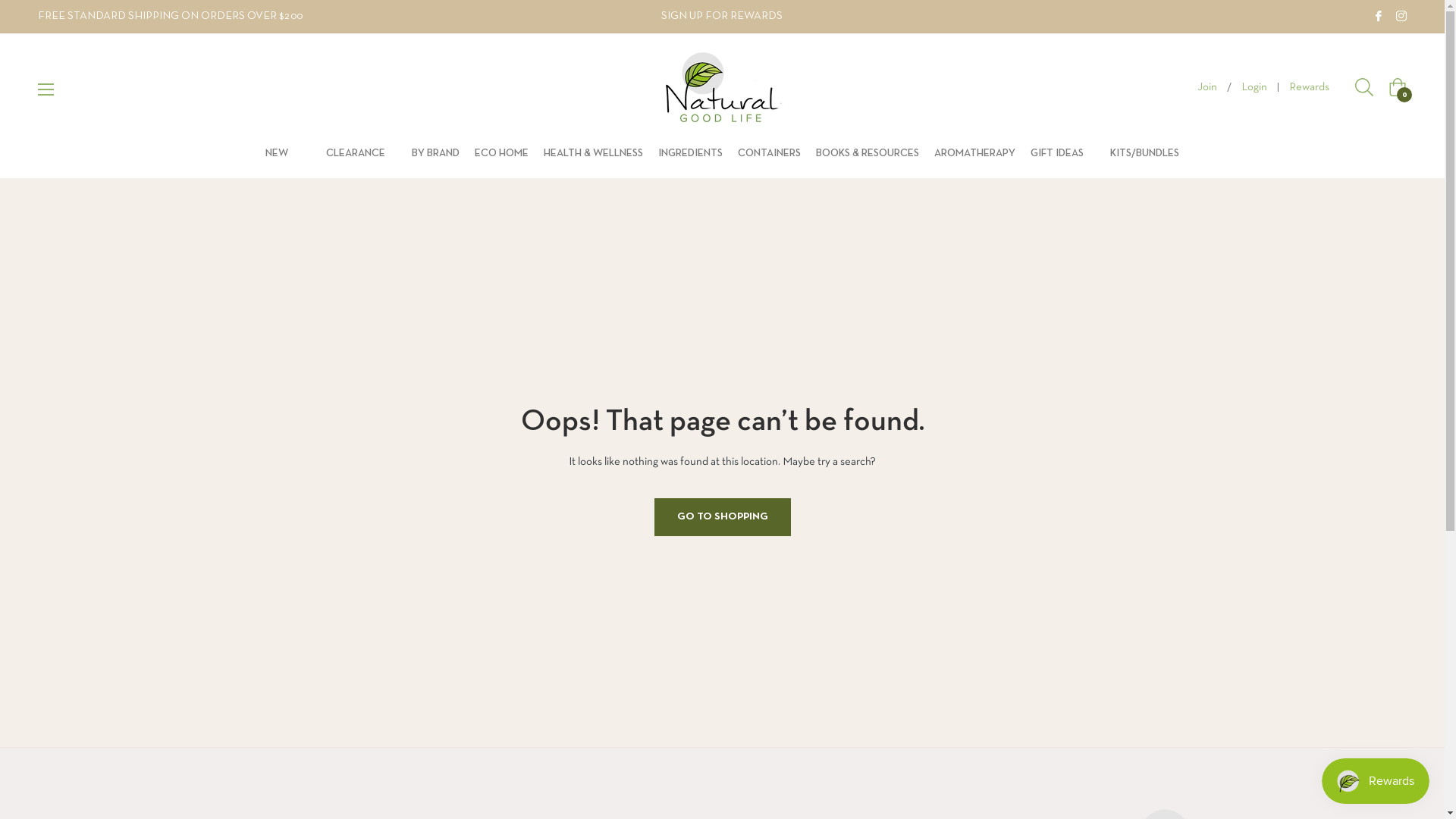  I want to click on 'BOOKS & RESOURCES', so click(867, 153).